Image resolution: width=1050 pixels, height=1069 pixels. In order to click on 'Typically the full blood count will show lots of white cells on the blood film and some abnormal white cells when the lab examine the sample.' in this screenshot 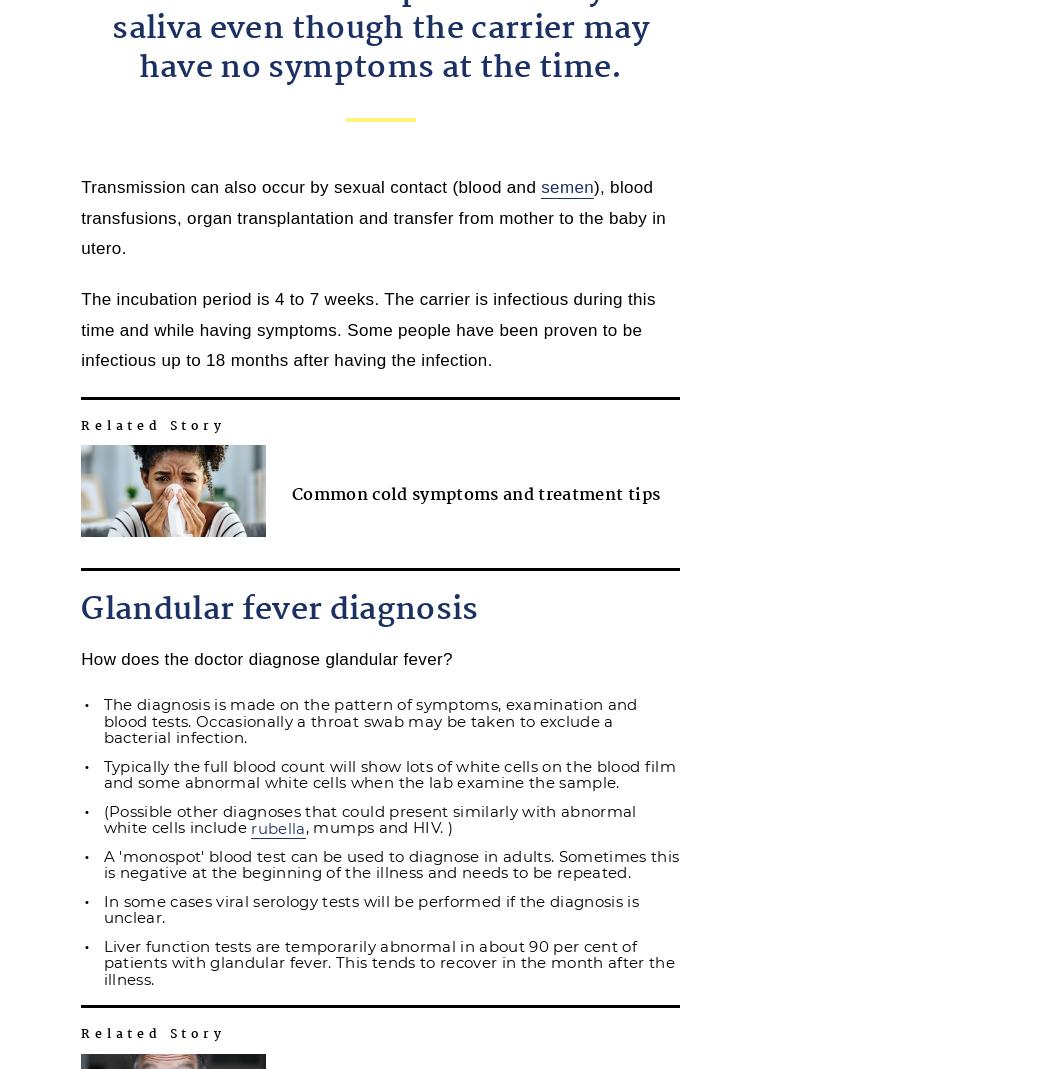, I will do `click(389, 773)`.